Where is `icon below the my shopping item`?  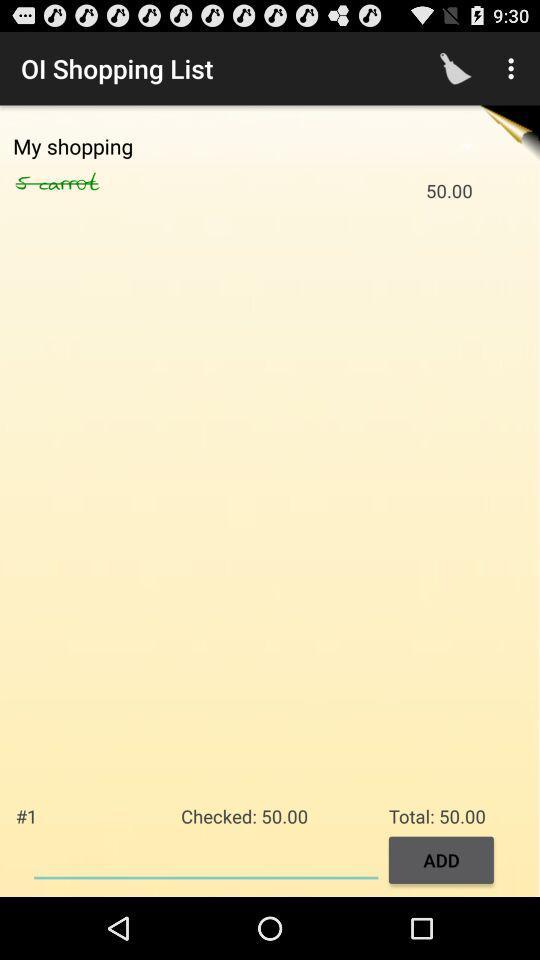
icon below the my shopping item is located at coordinates (26, 183).